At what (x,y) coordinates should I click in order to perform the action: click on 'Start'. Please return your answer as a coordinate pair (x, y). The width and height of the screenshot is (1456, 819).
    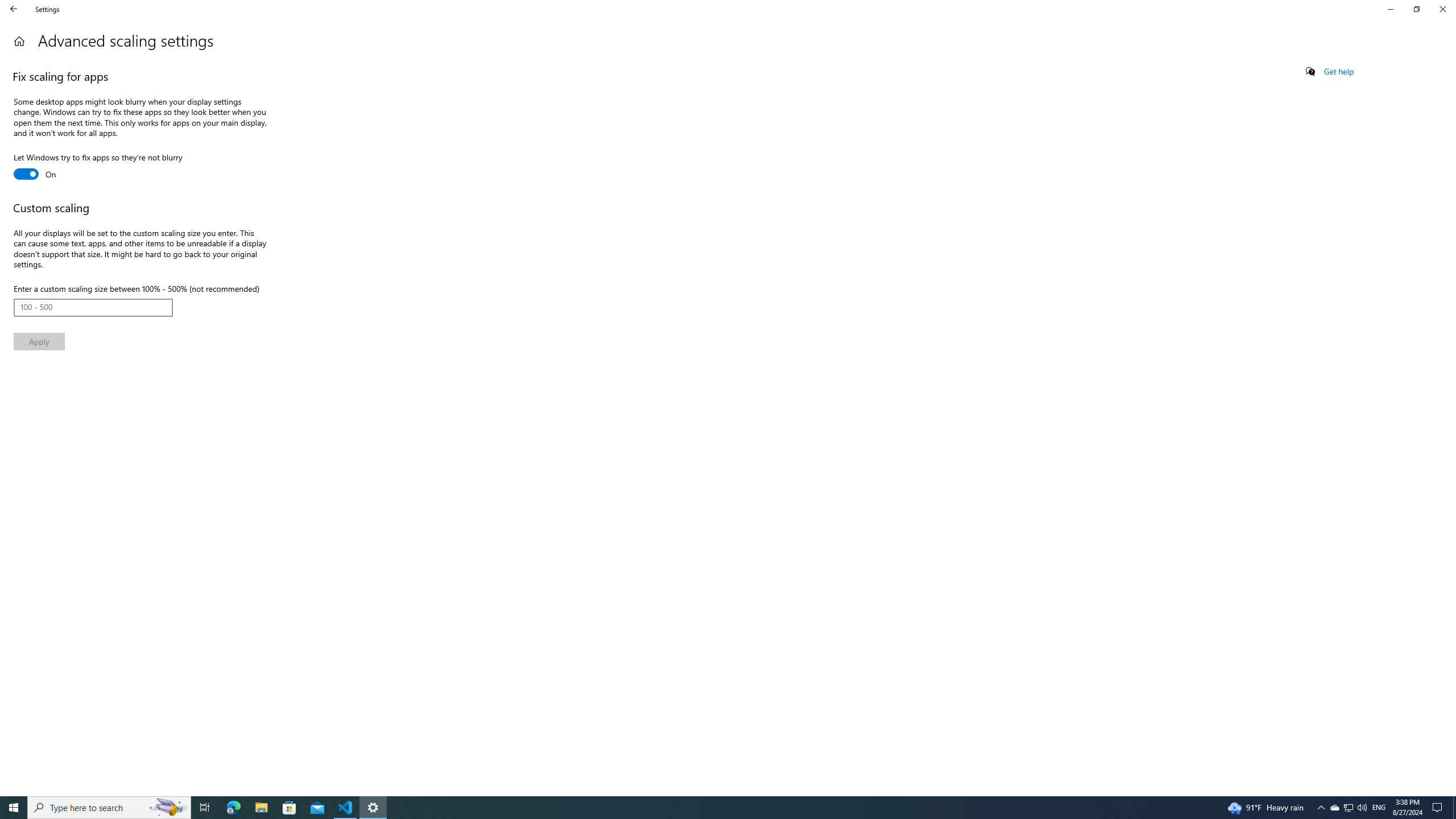
    Looking at the image, I should click on (14, 806).